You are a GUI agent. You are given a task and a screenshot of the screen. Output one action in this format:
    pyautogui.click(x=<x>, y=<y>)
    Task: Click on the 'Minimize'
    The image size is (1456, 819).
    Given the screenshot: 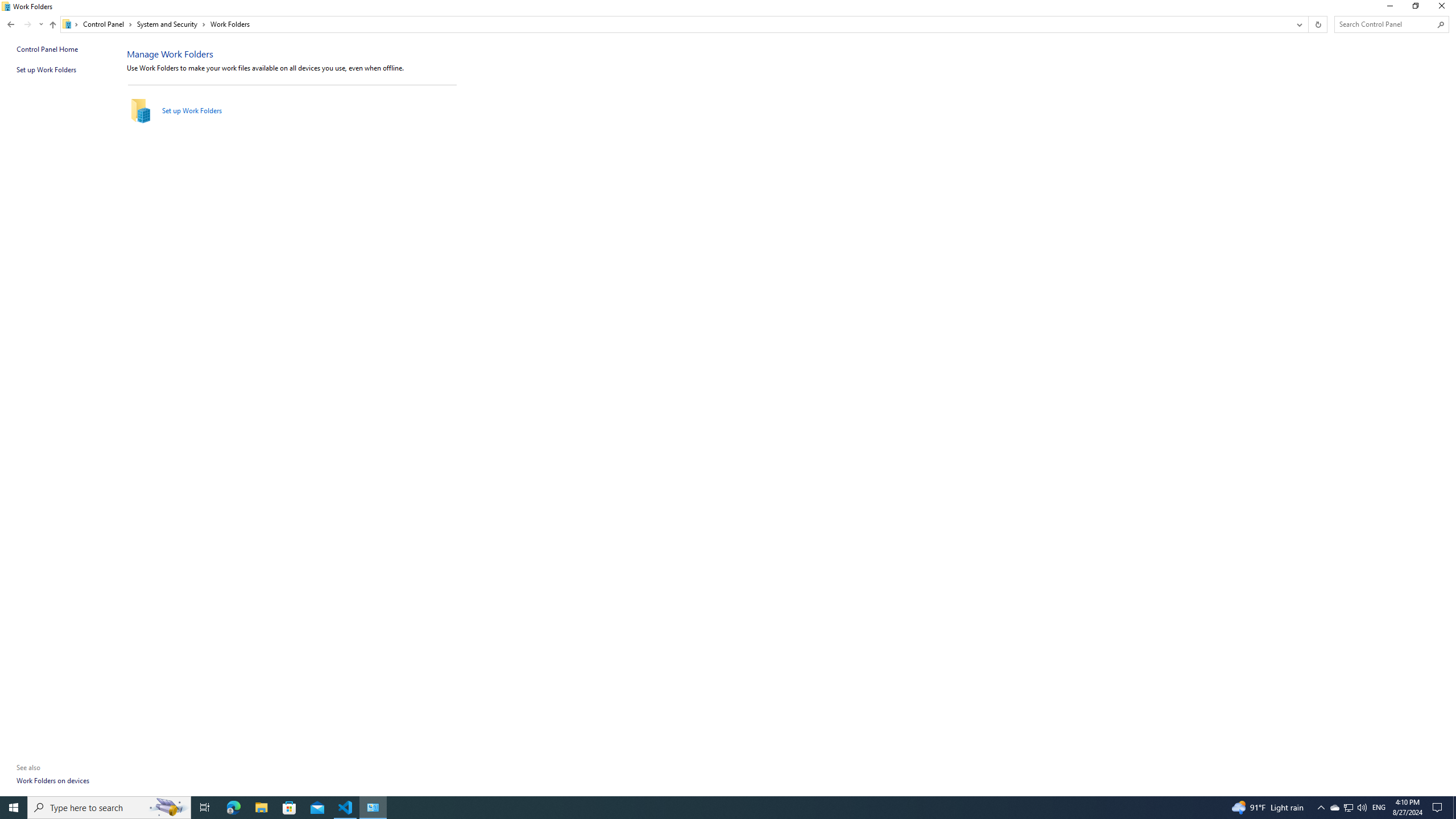 What is the action you would take?
    pyautogui.click(x=1388, y=9)
    